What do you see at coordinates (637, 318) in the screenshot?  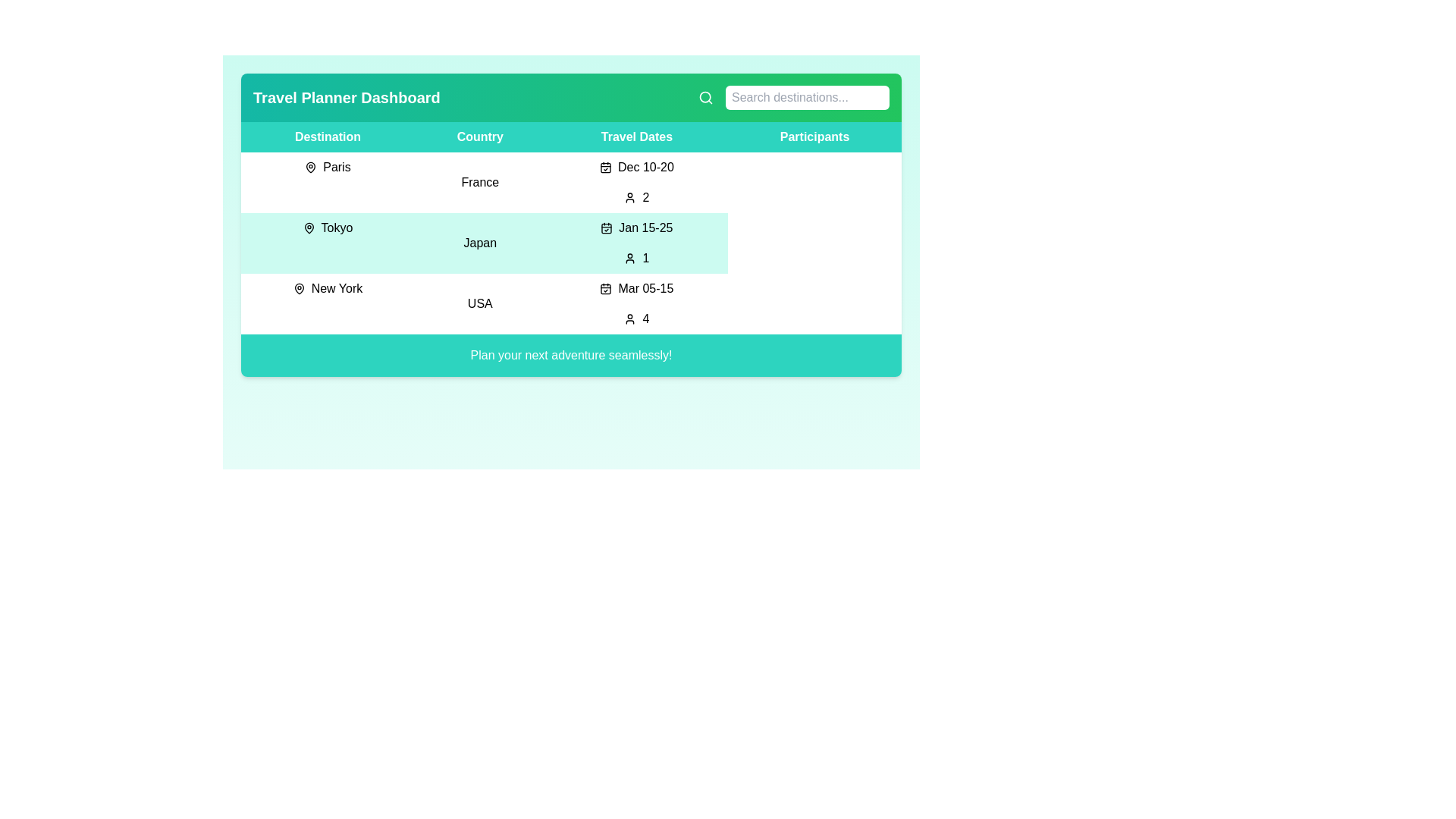 I see `displayed number from the icon and text combination in the fourth column of the third row, aligned with 'New York' and 'USA'` at bounding box center [637, 318].